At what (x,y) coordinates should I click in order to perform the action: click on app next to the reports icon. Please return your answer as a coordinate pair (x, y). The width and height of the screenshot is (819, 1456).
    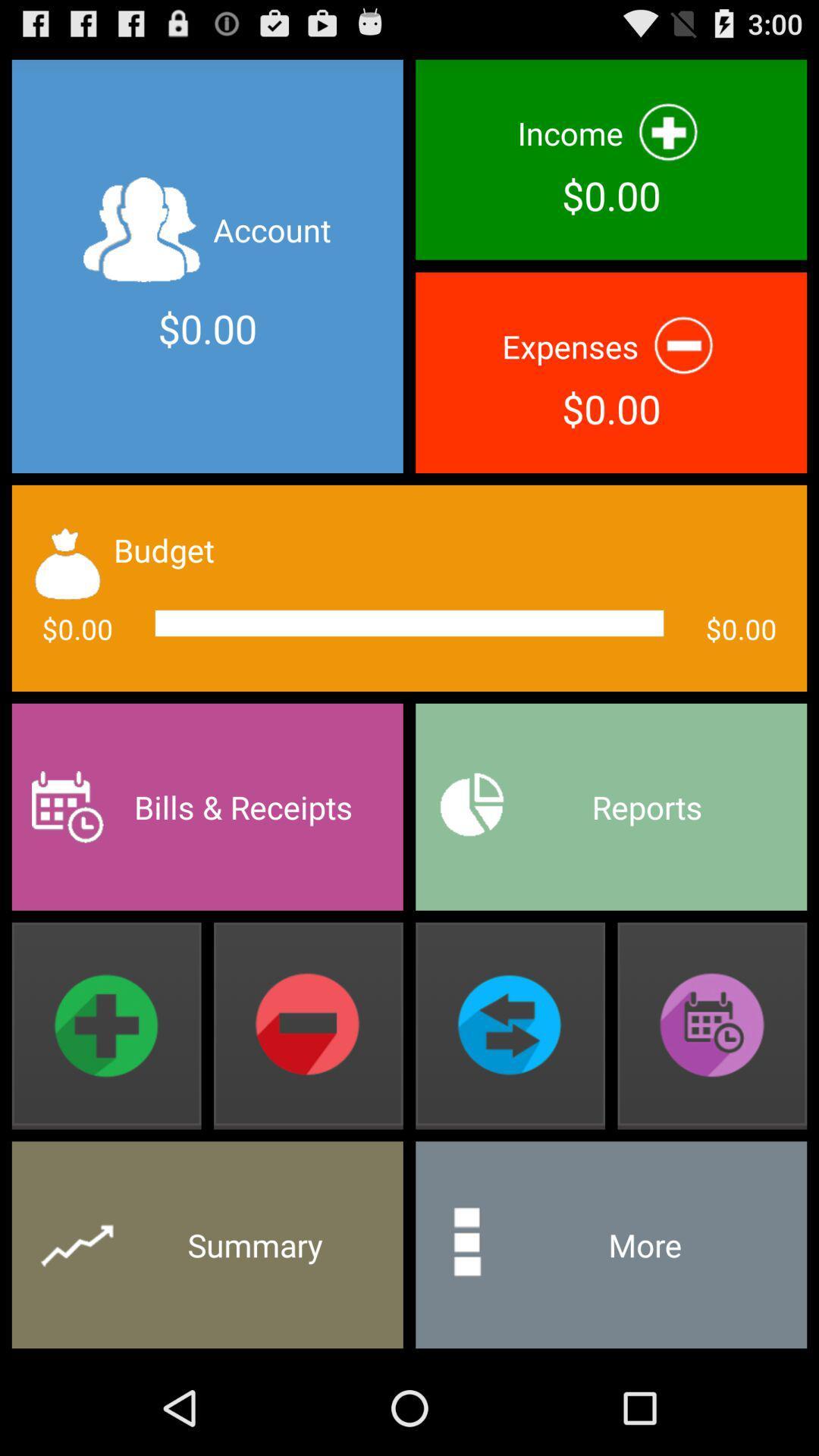
    Looking at the image, I should click on (207, 806).